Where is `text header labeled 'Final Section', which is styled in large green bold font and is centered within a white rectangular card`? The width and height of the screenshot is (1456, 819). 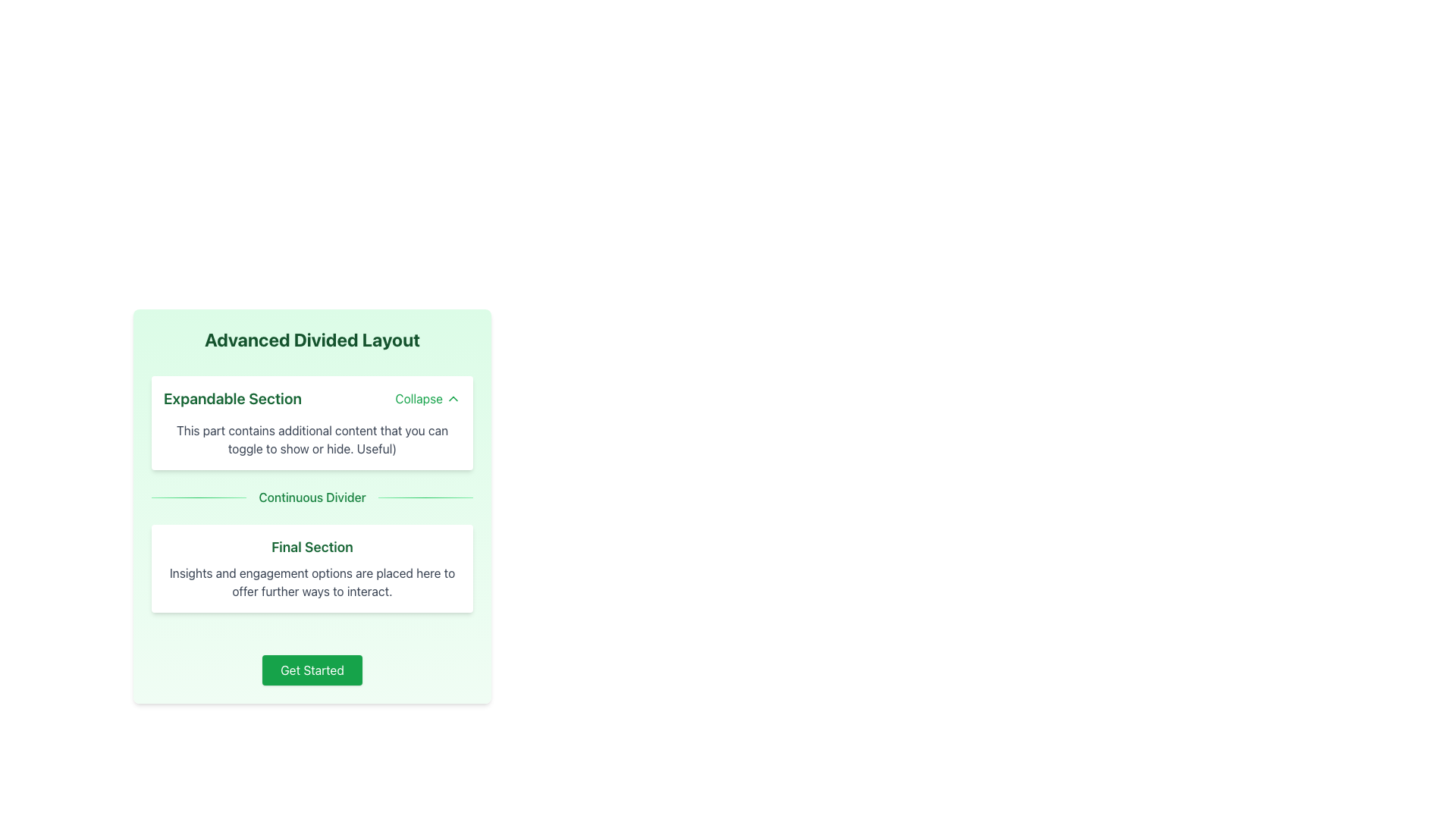 text header labeled 'Final Section', which is styled in large green bold font and is centered within a white rectangular card is located at coordinates (312, 547).